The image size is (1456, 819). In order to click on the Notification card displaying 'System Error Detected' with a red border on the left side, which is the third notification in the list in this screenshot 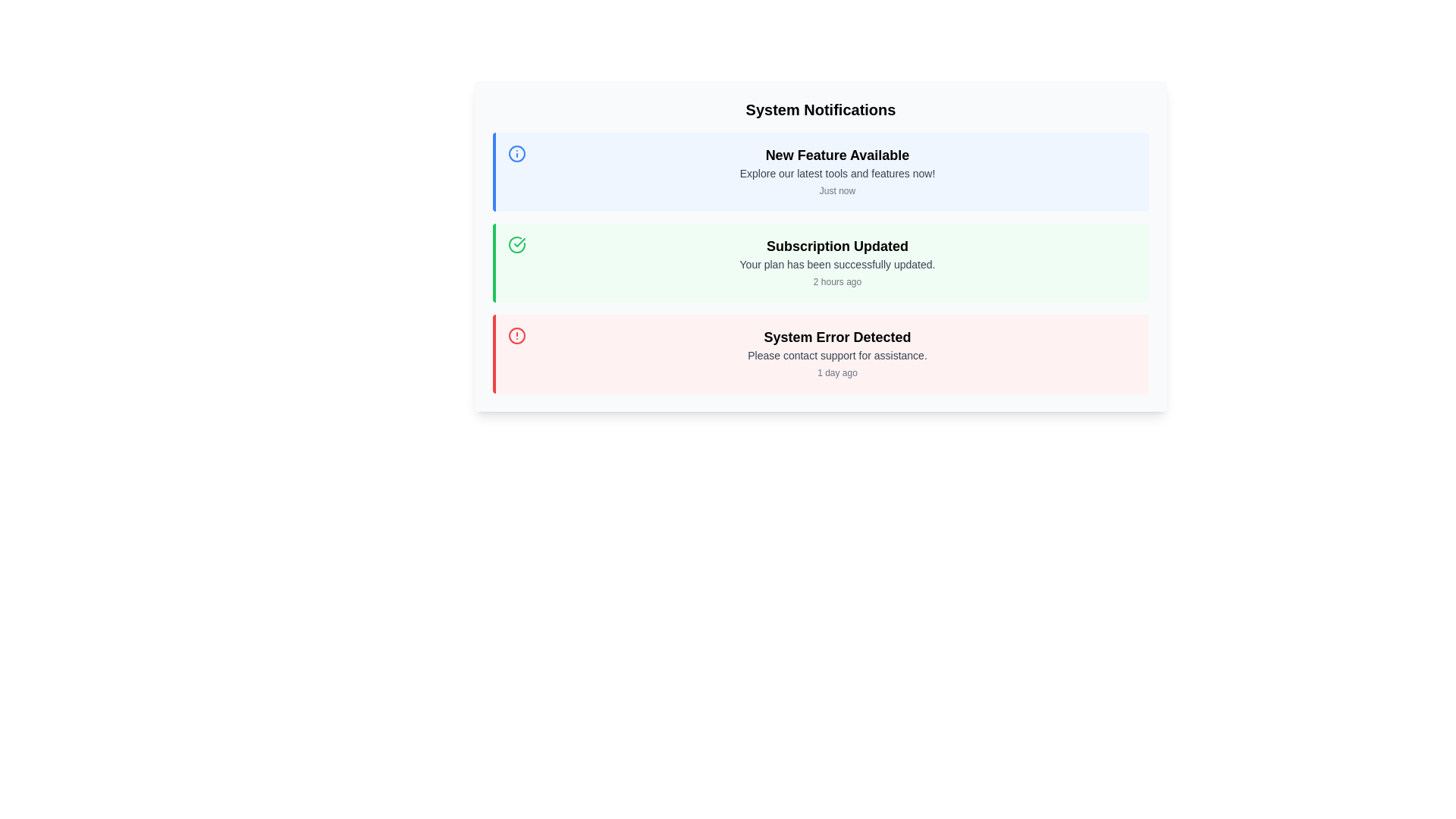, I will do `click(820, 353)`.